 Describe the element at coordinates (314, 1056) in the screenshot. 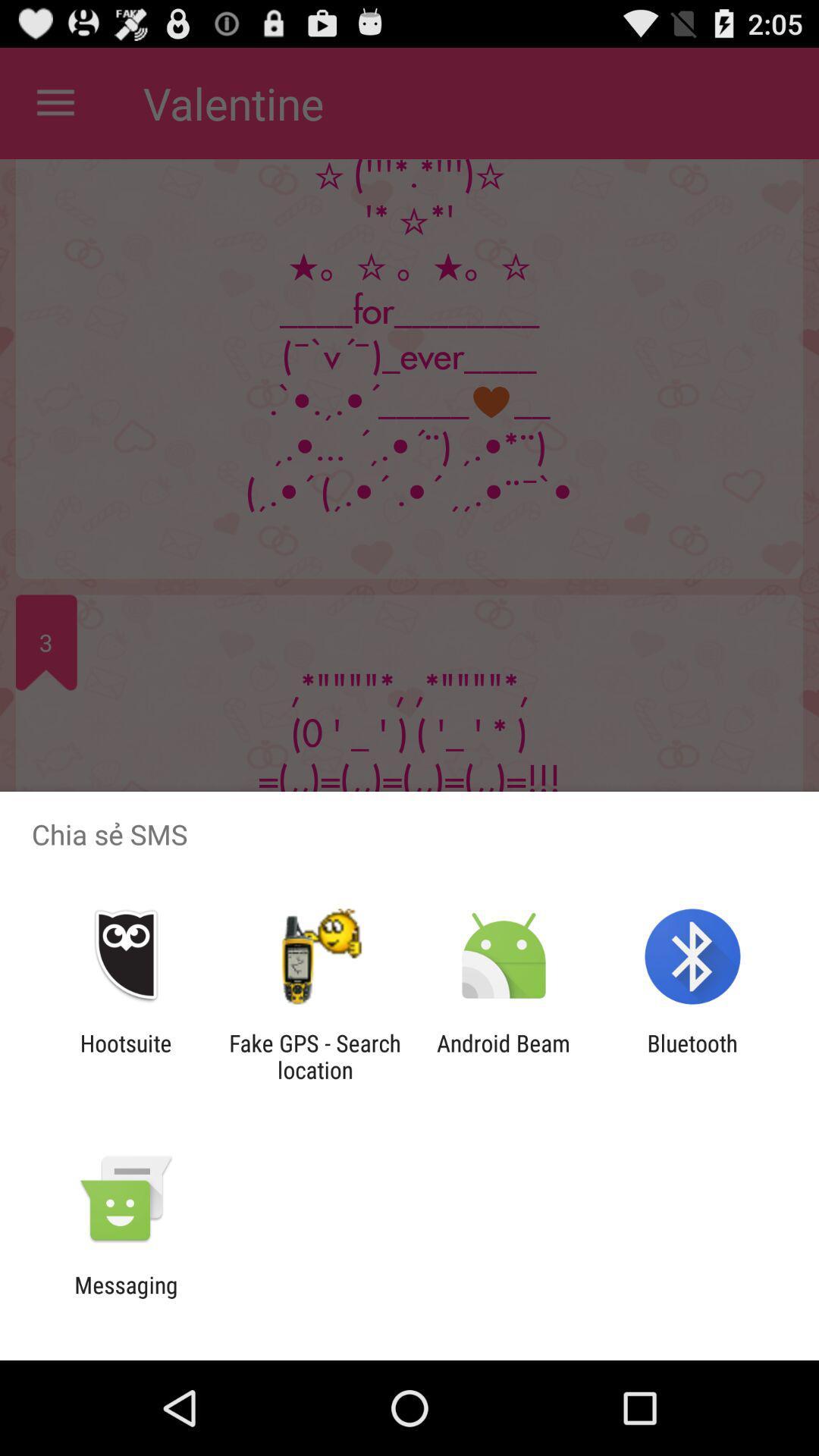

I see `the app next to android beam` at that location.